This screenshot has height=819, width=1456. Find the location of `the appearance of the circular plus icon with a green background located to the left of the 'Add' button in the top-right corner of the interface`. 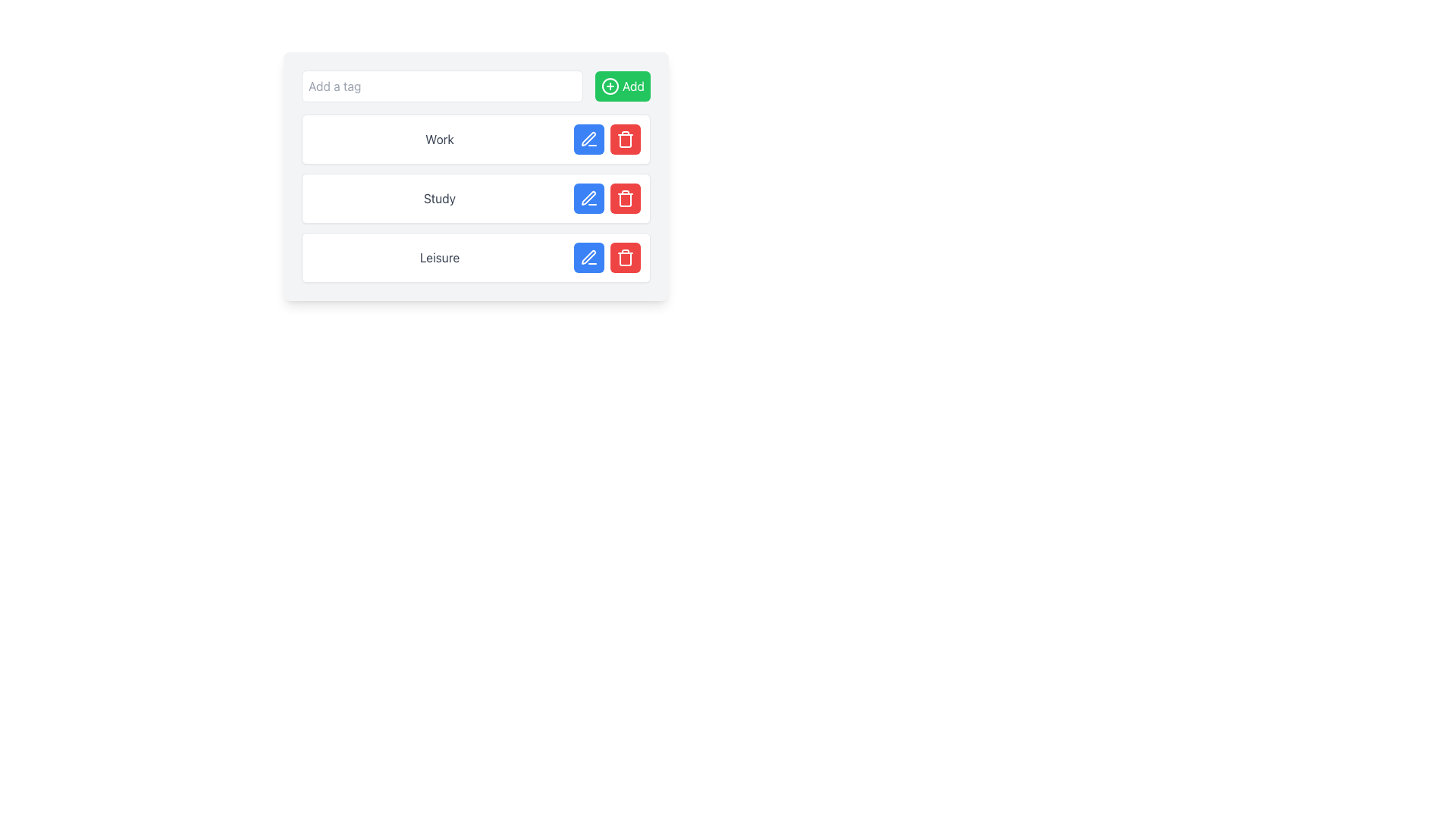

the appearance of the circular plus icon with a green background located to the left of the 'Add' button in the top-right corner of the interface is located at coordinates (610, 86).